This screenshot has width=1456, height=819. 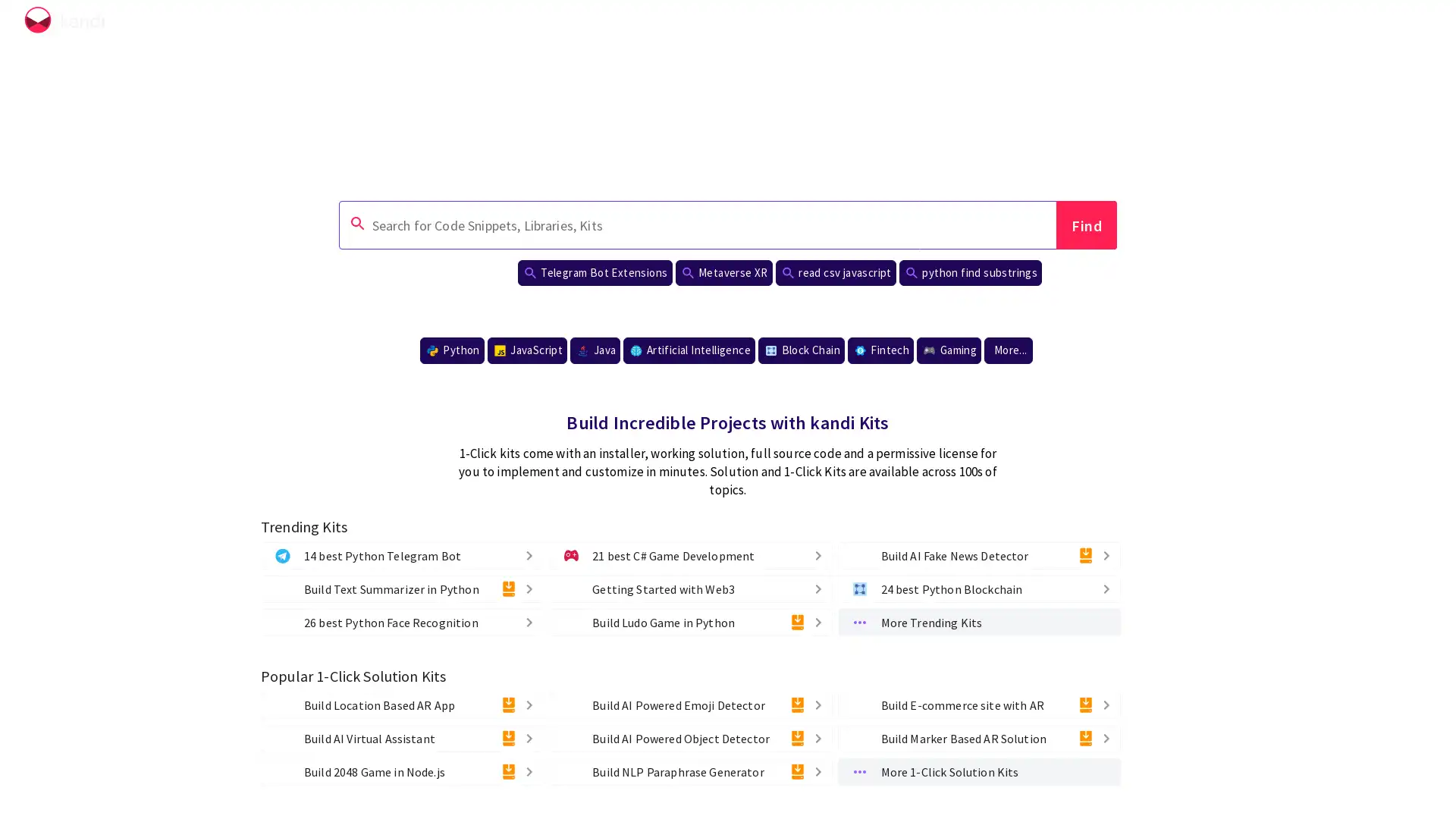 I want to click on spotting-fake-news Build AI Fake News Detector, so click(x=978, y=555).